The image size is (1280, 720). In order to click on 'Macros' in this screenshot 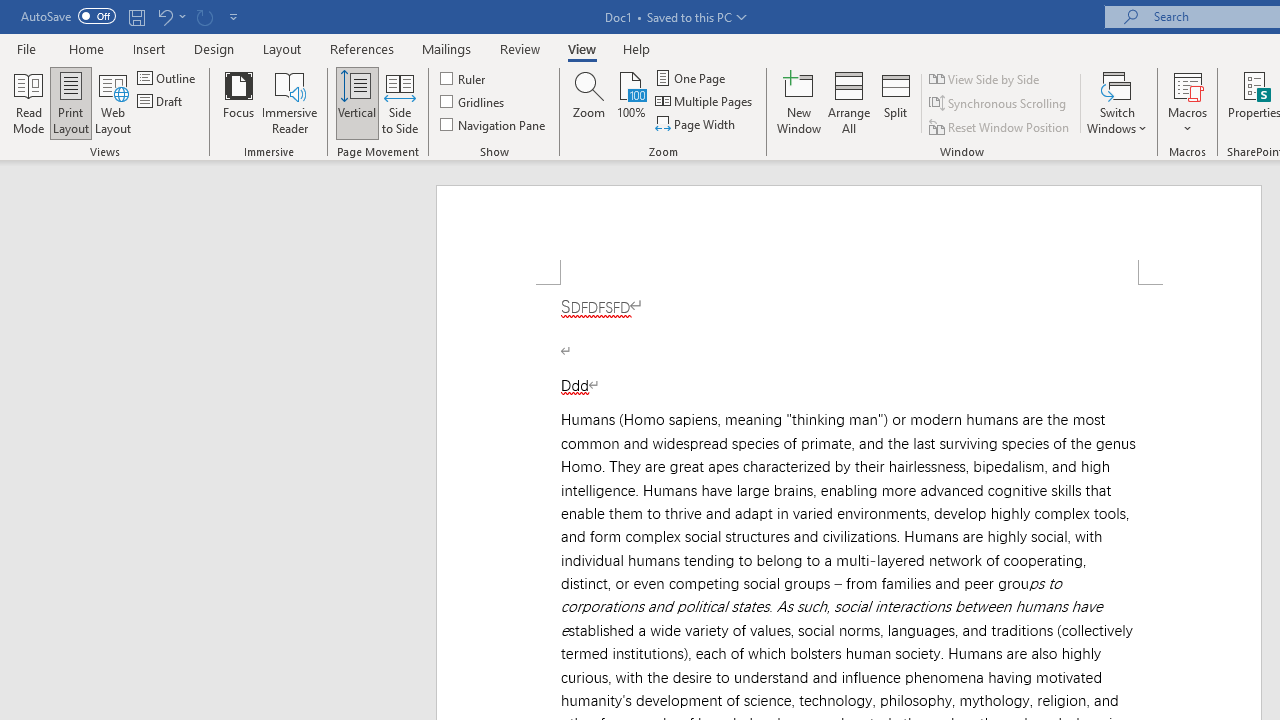, I will do `click(1187, 103)`.